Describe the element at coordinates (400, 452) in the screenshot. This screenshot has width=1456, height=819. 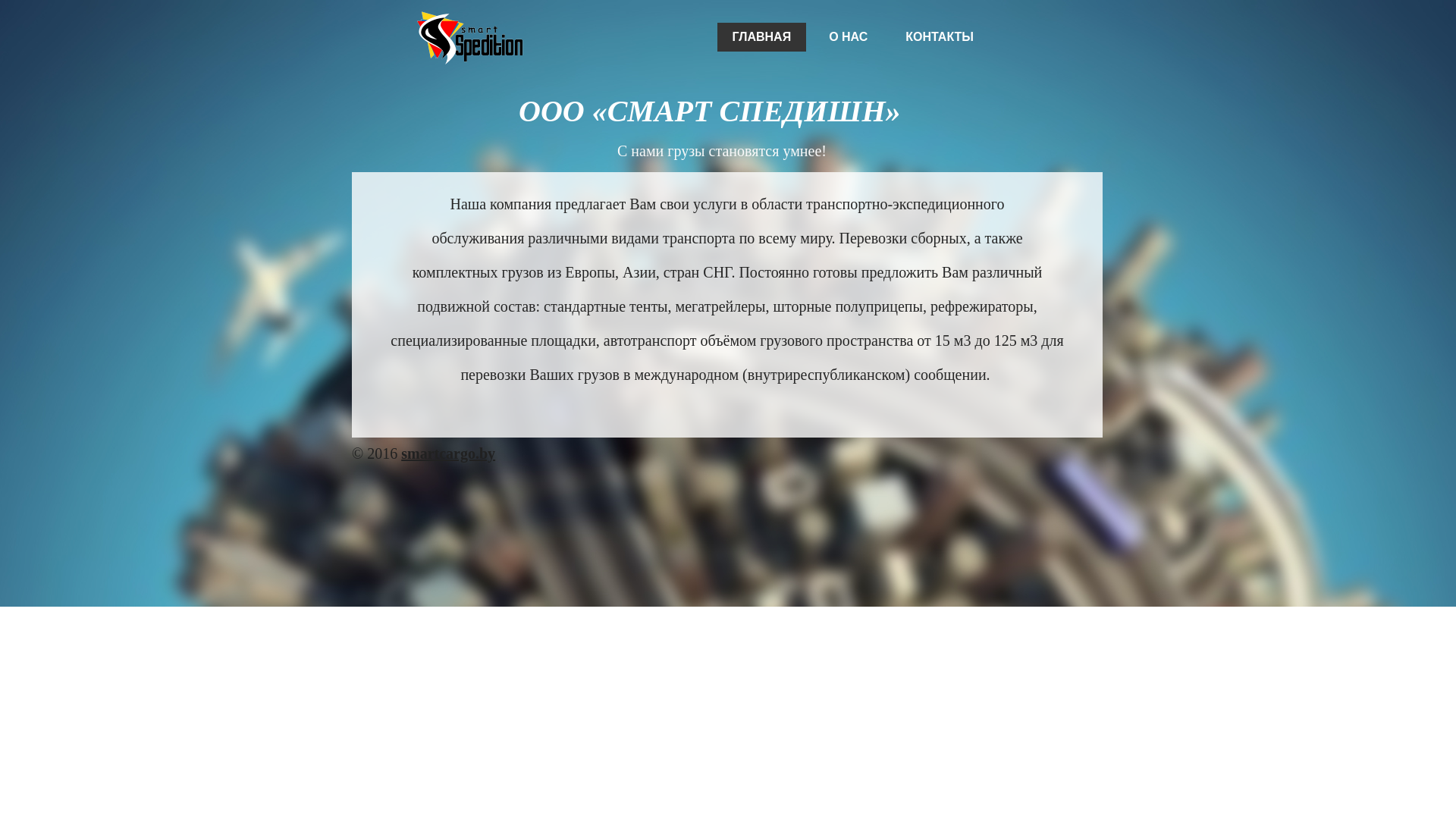
I see `'smartcargo.by'` at that location.